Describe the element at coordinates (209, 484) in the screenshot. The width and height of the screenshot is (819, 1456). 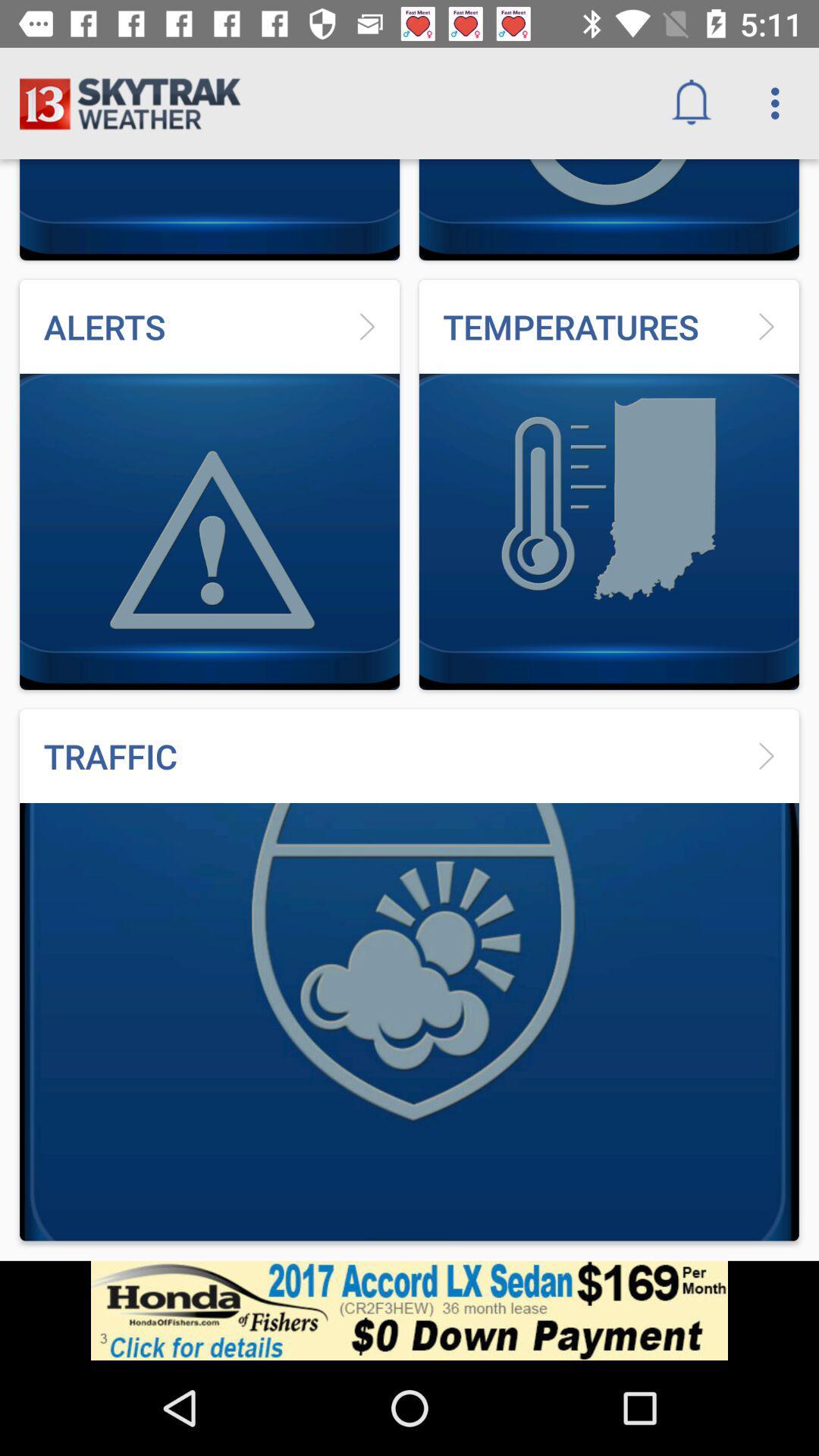
I see `the alerts button on the web page` at that location.